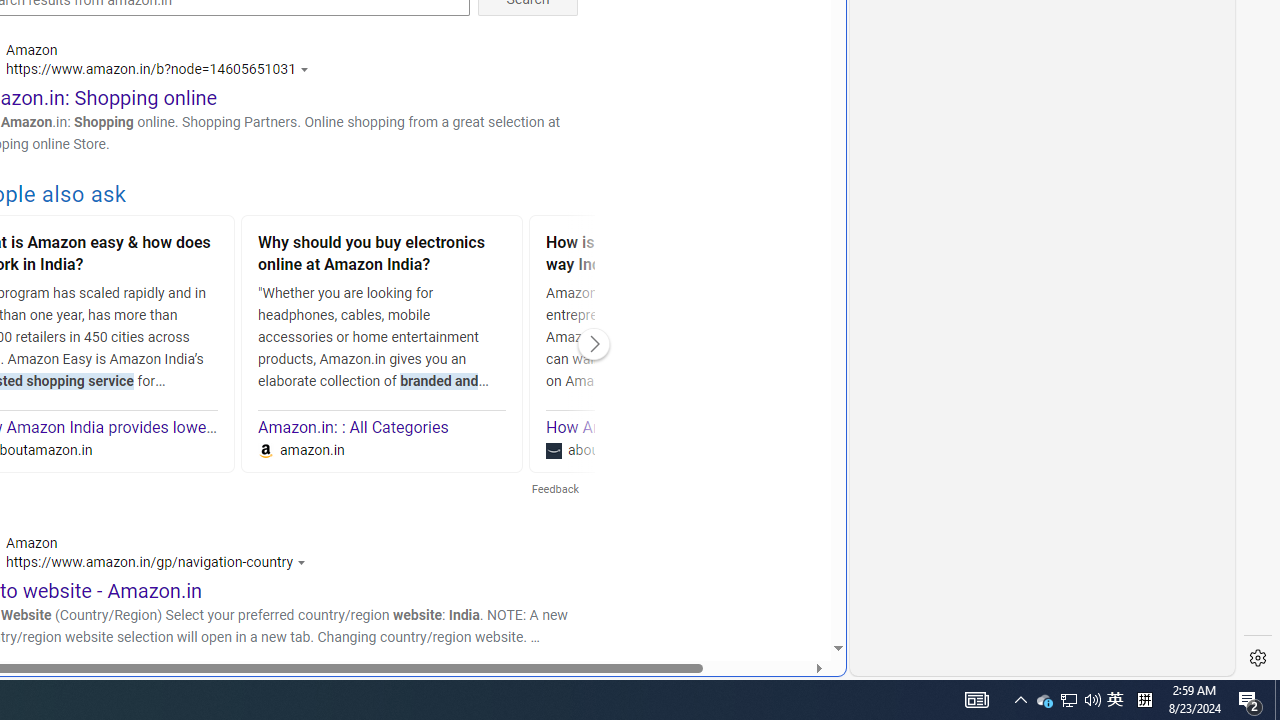 This screenshot has height=720, width=1280. Describe the element at coordinates (353, 427) in the screenshot. I see `'Amazon.in: : All Categories'` at that location.